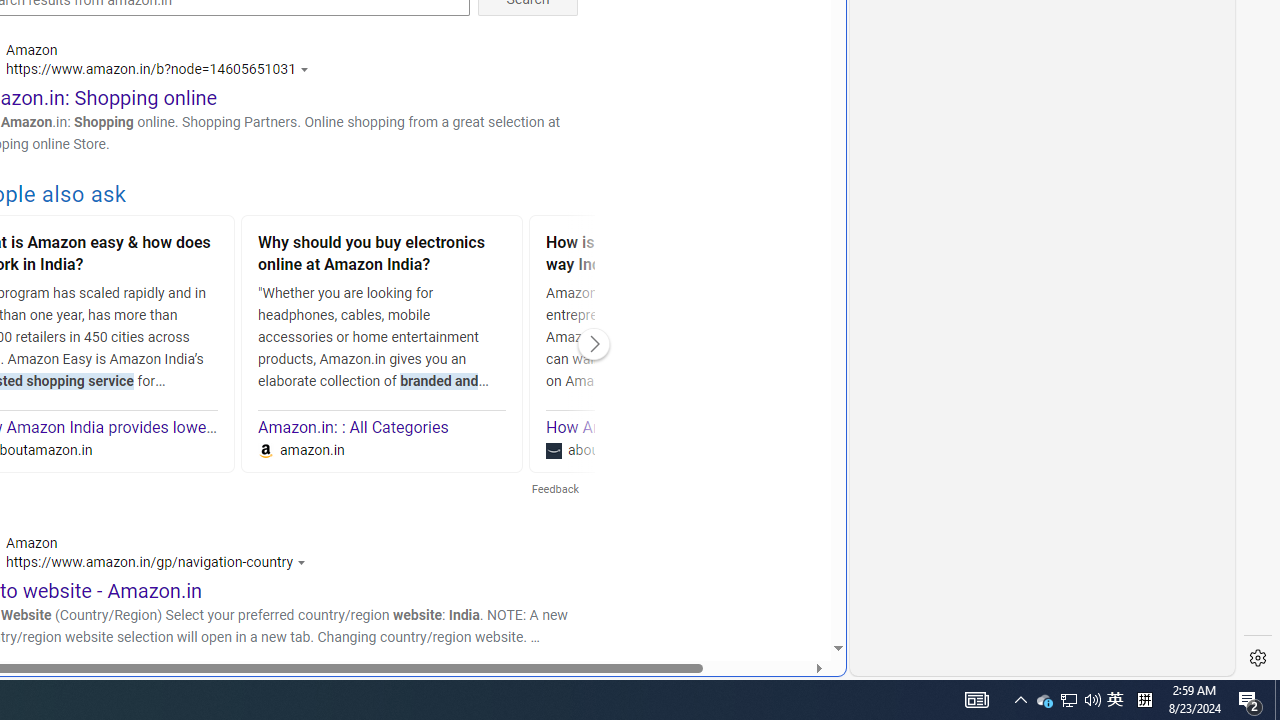 This screenshot has height=720, width=1280. Describe the element at coordinates (353, 427) in the screenshot. I see `'Amazon.in: : All Categories'` at that location.